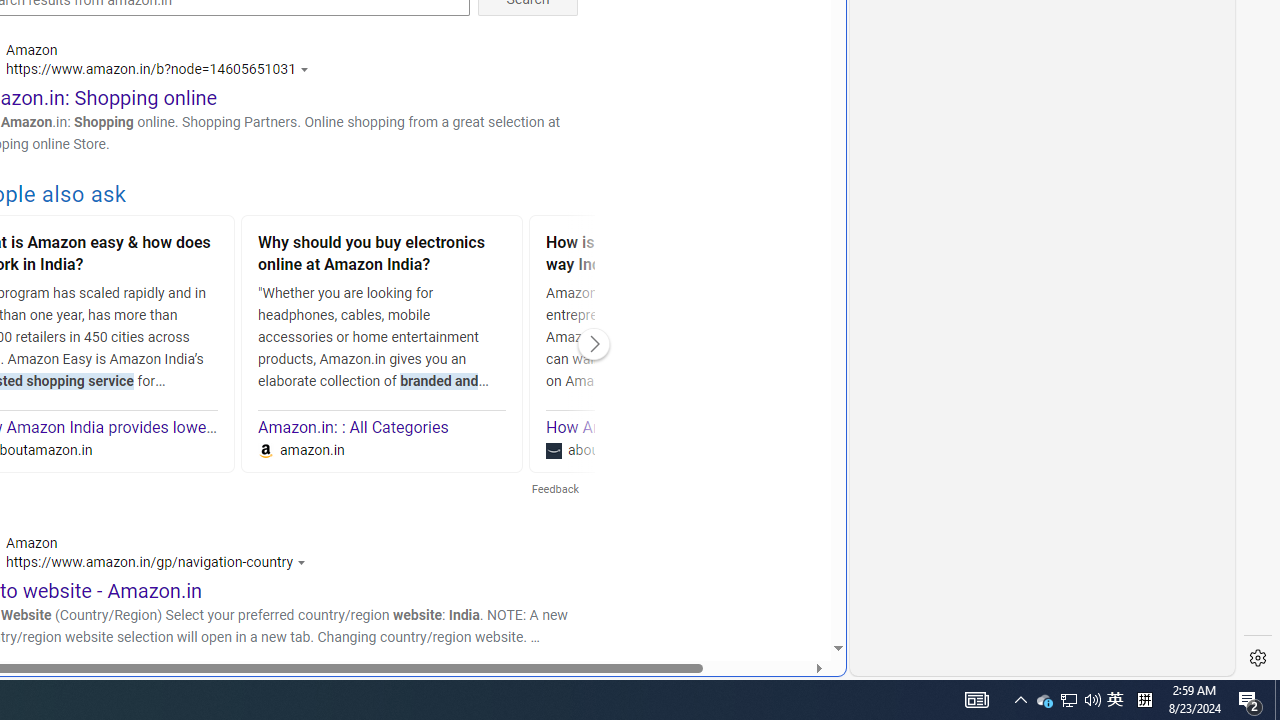 This screenshot has height=720, width=1280. Describe the element at coordinates (353, 427) in the screenshot. I see `'Amazon.in: : All Categories'` at that location.